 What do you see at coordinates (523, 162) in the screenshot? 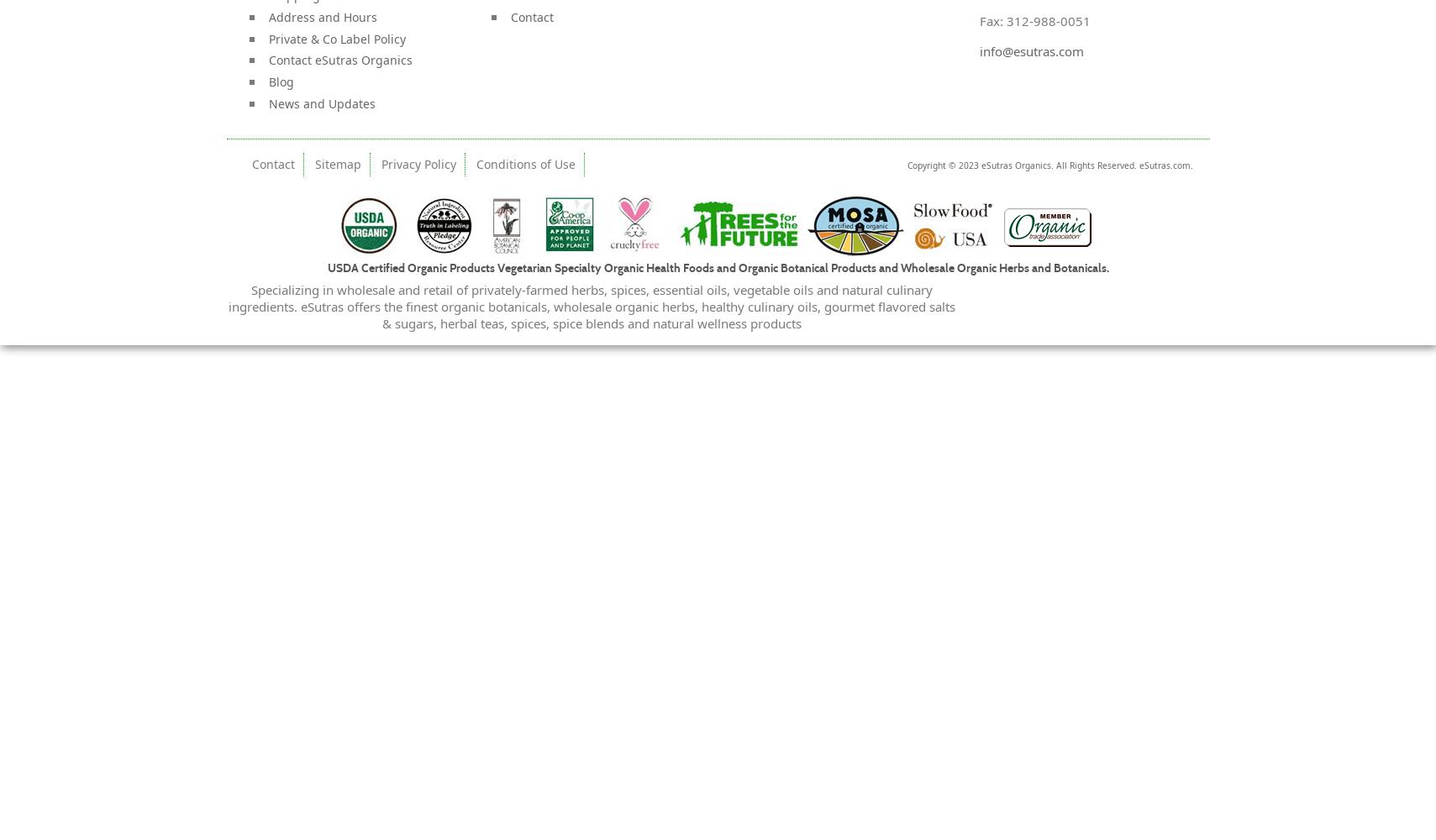
I see `'Conditions of Use'` at bounding box center [523, 162].